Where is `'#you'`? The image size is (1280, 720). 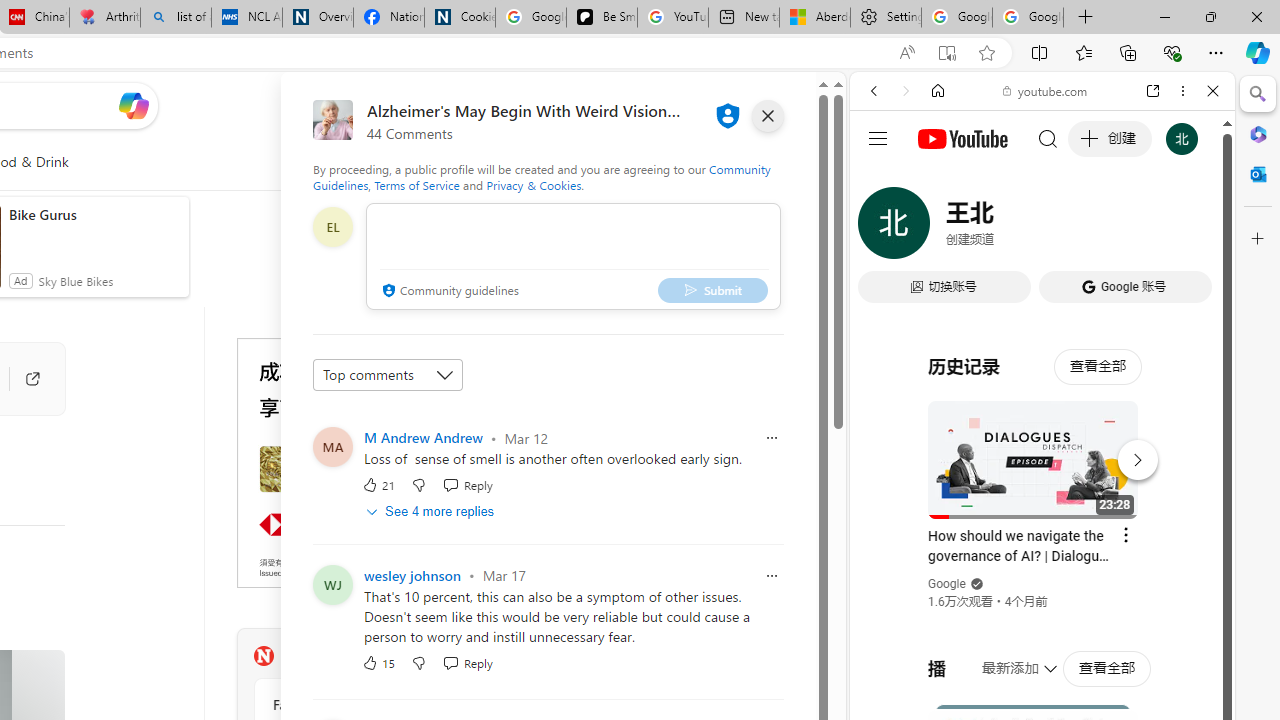 '#you' is located at coordinates (1041, 445).